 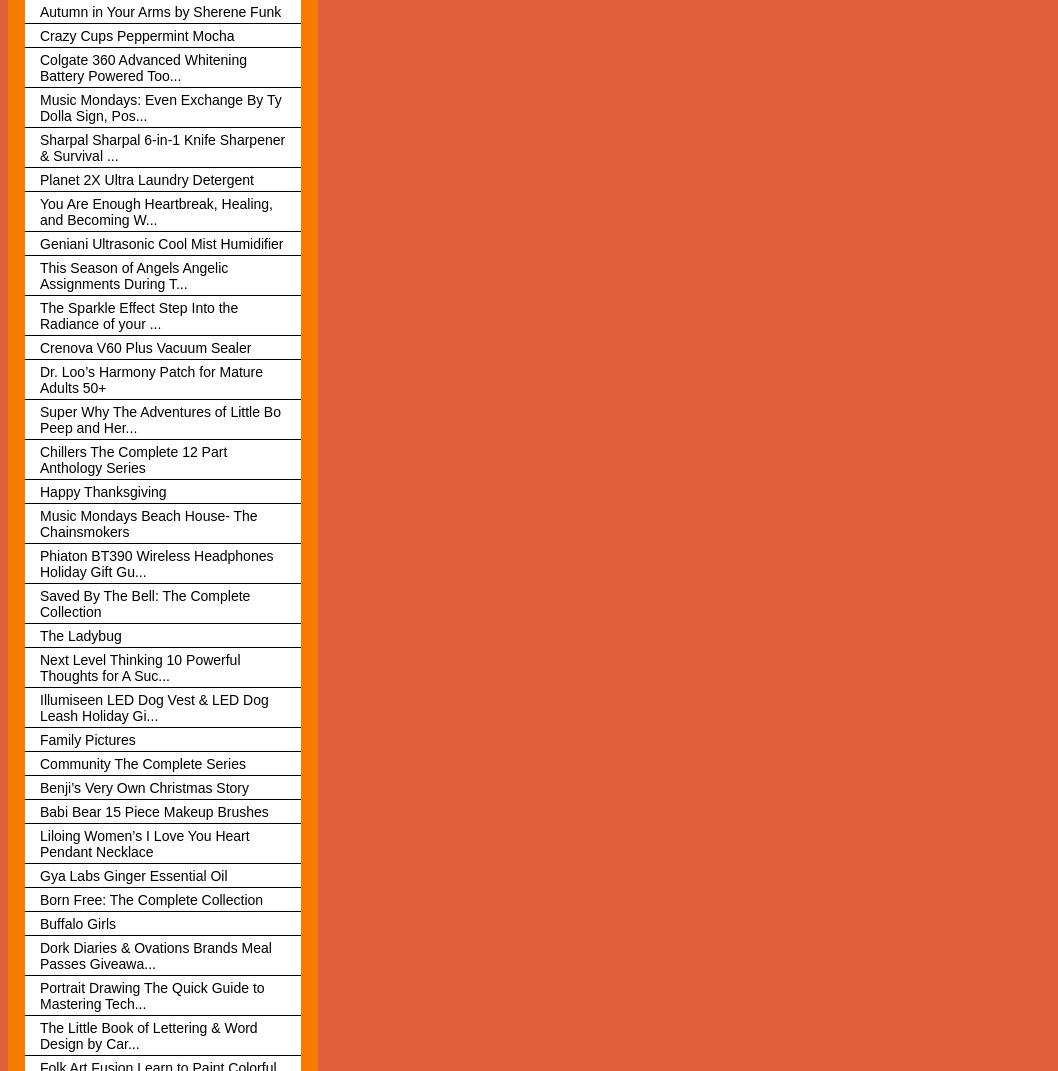 I want to click on 'Benji’s Very Own Christmas Story', so click(x=143, y=785).